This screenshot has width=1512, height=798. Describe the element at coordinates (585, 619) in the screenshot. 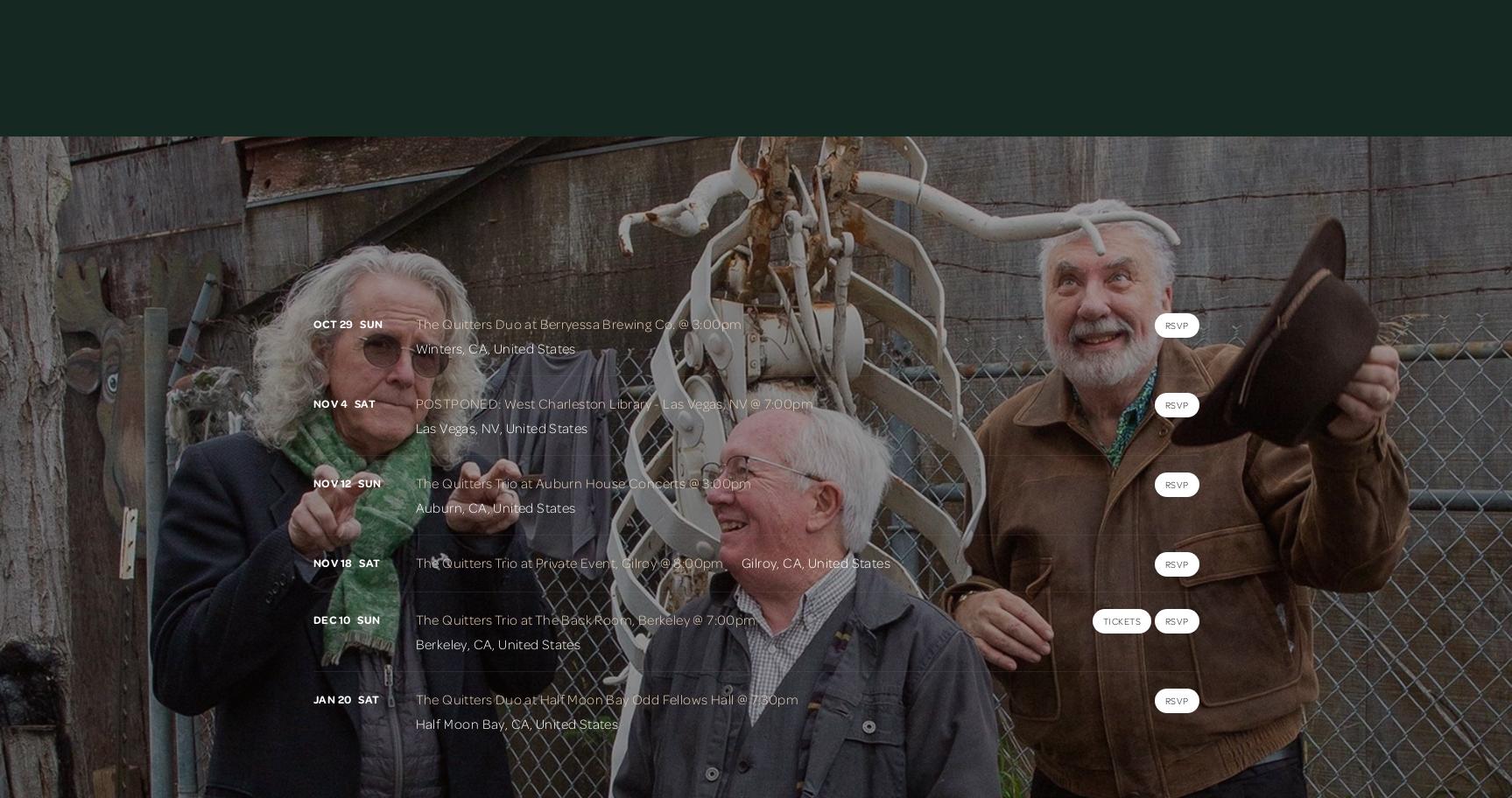

I see `'The Quitters Trio at The Back Room, Berkeley
                    
                    @ 7:00pm'` at that location.